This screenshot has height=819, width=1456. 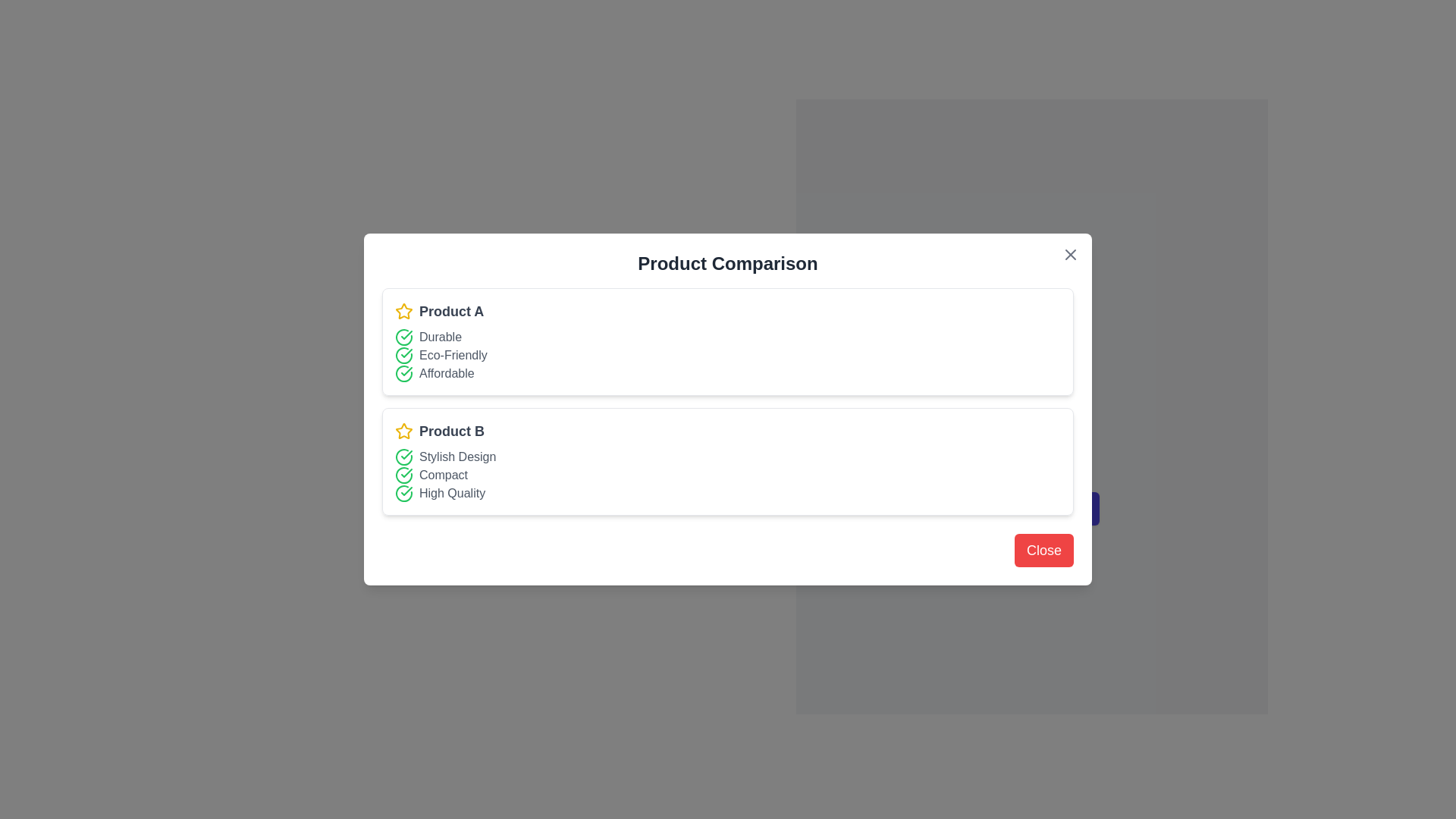 What do you see at coordinates (403, 456) in the screenshot?
I see `the primary circular outline of the graphical indicator located in the second grouping under the heading 'Product B', which is positioned slightly above the text 'Stylish Design'` at bounding box center [403, 456].